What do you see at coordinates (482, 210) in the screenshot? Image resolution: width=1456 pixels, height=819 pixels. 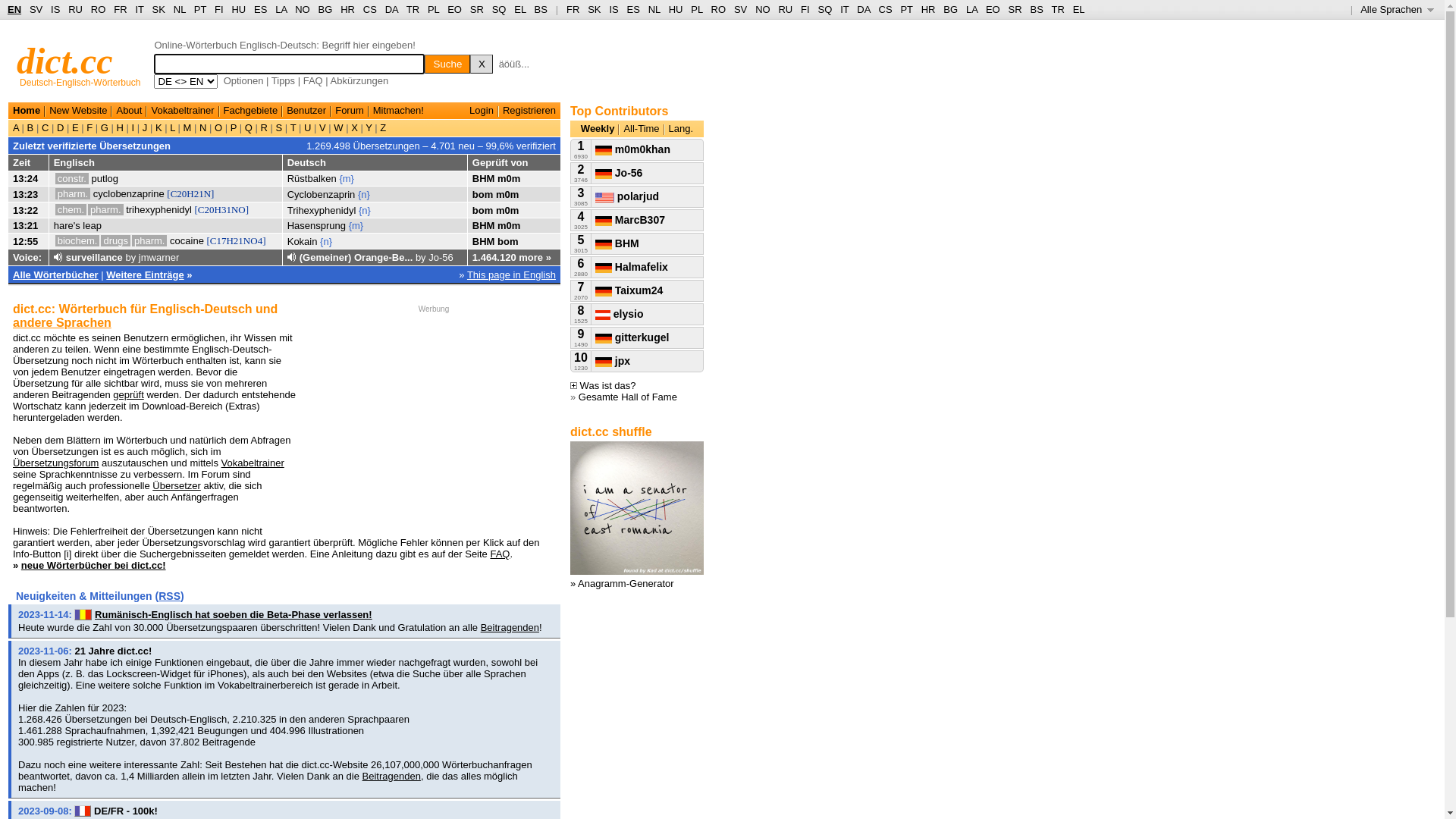 I see `'bom'` at bounding box center [482, 210].